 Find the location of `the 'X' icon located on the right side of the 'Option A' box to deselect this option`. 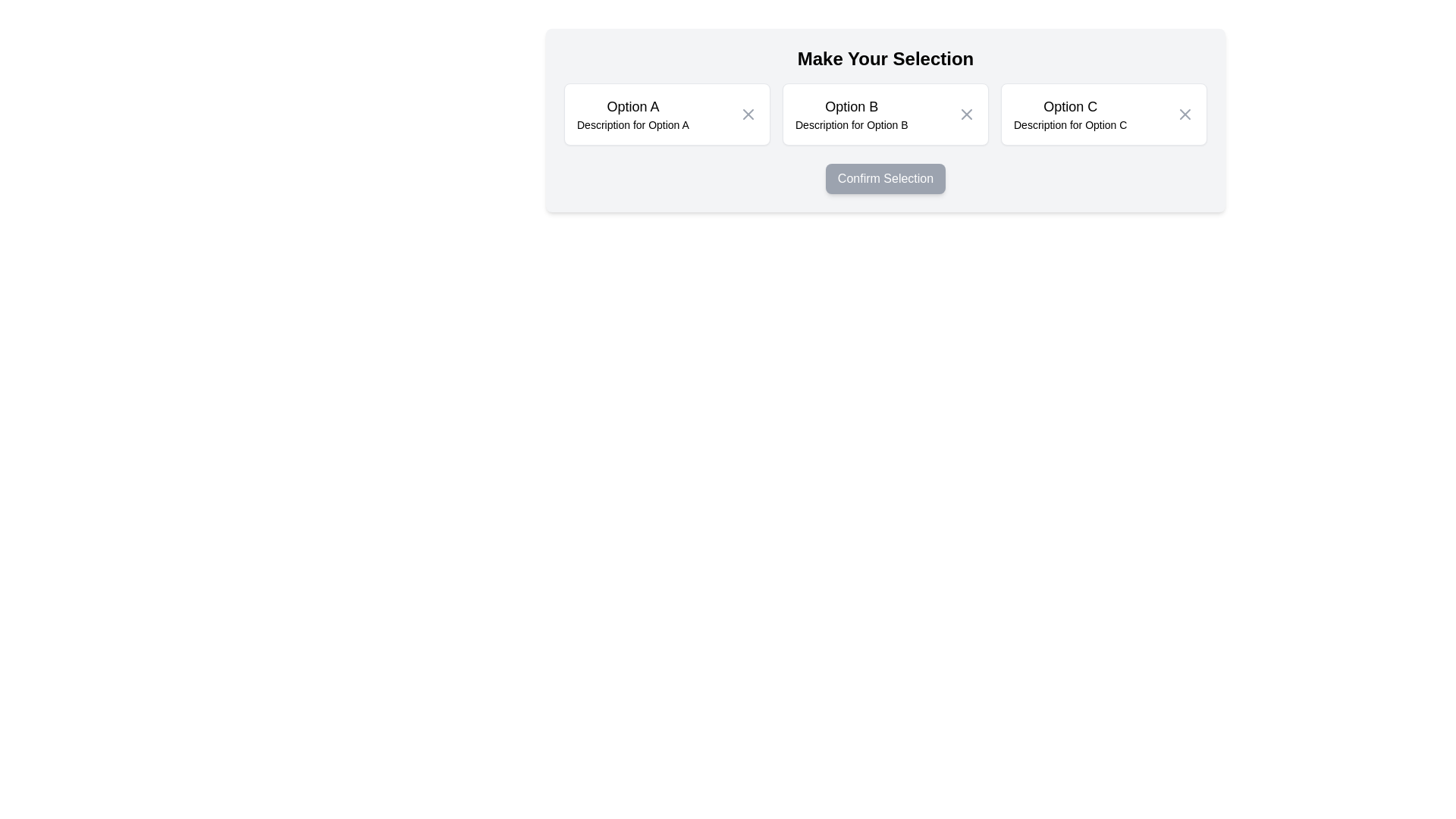

the 'X' icon located on the right side of the 'Option A' box to deselect this option is located at coordinates (748, 113).